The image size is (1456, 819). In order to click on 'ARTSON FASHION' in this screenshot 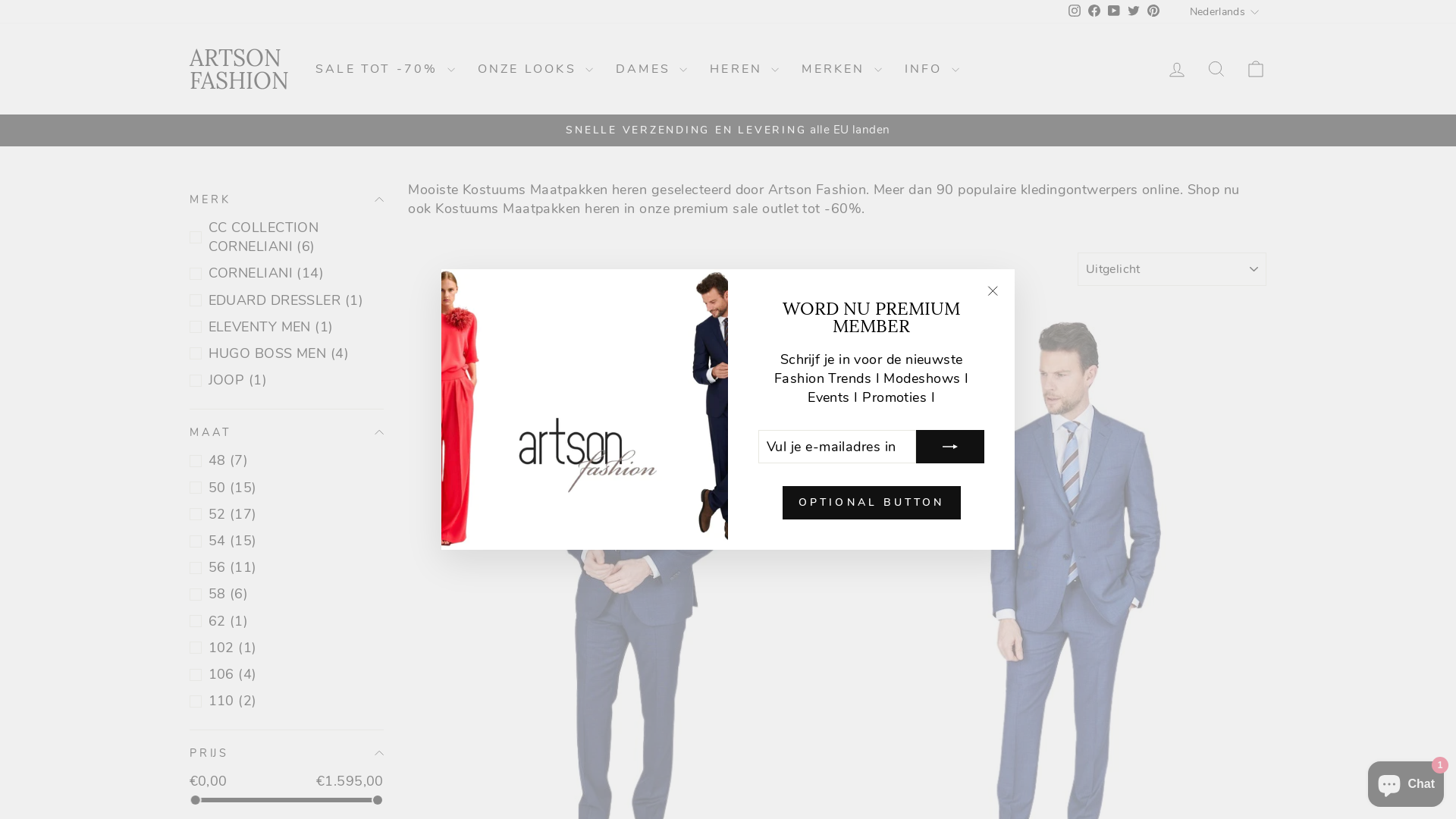, I will do `click(238, 69)`.